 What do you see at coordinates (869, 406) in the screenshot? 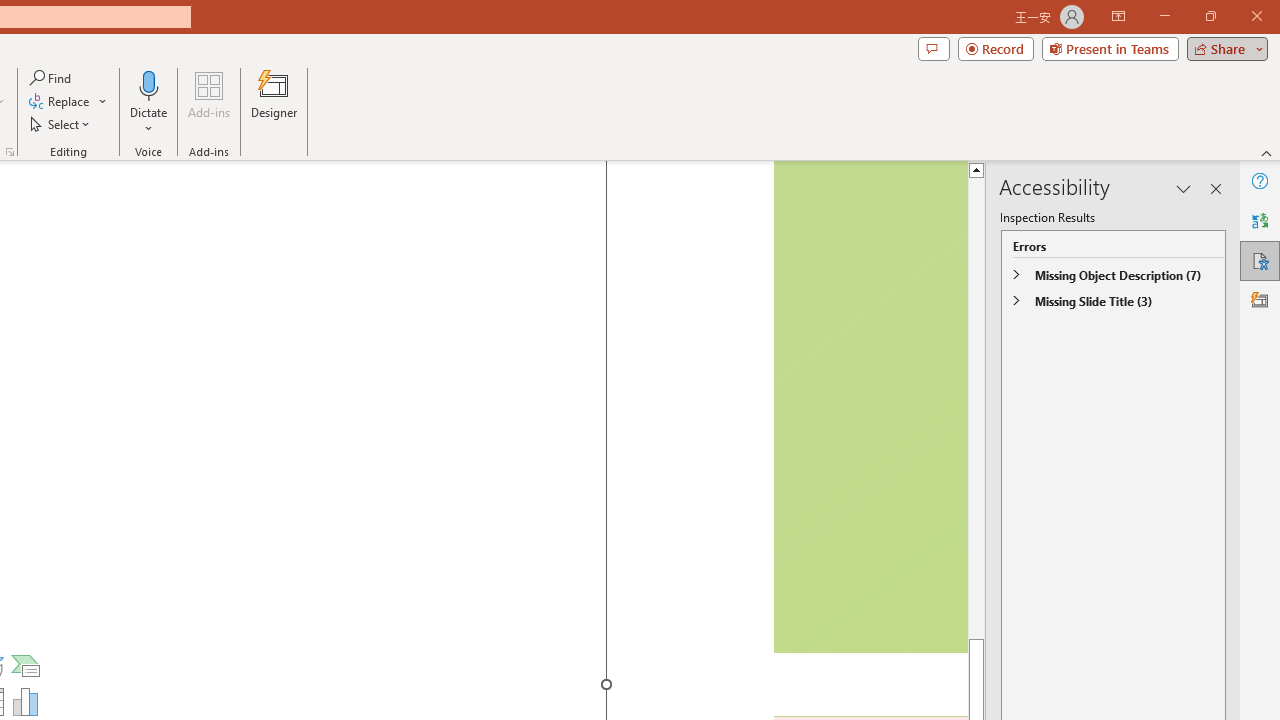
I see `'Camera 5, No camera detected.'` at bounding box center [869, 406].